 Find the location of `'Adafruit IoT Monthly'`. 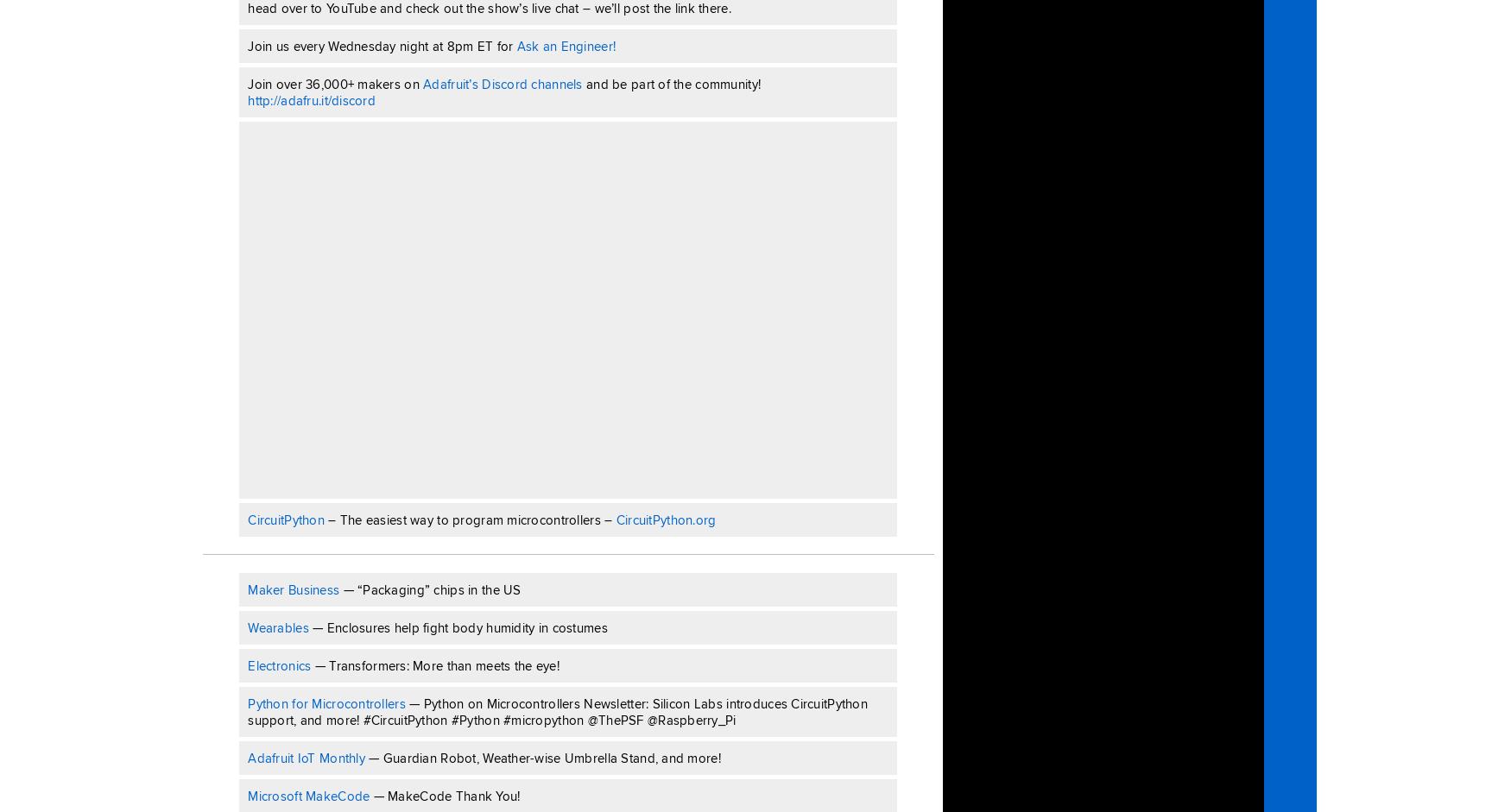

'Adafruit IoT Monthly' is located at coordinates (306, 758).